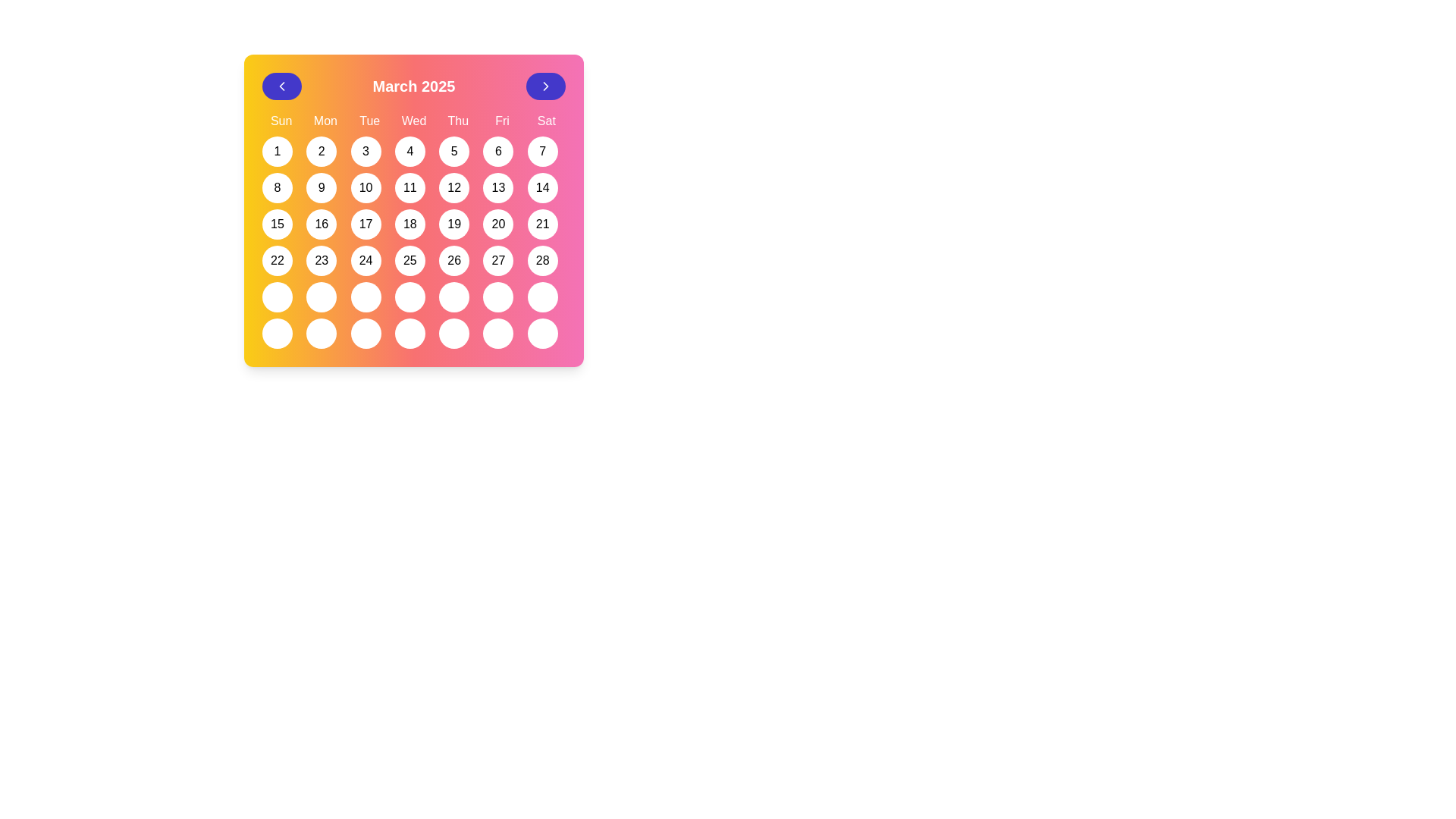 The height and width of the screenshot is (819, 1456). What do you see at coordinates (321, 332) in the screenshot?
I see `the interactive button located in the sixth row and second column of the calendar grid, which indicates a specific date or empty day slot` at bounding box center [321, 332].